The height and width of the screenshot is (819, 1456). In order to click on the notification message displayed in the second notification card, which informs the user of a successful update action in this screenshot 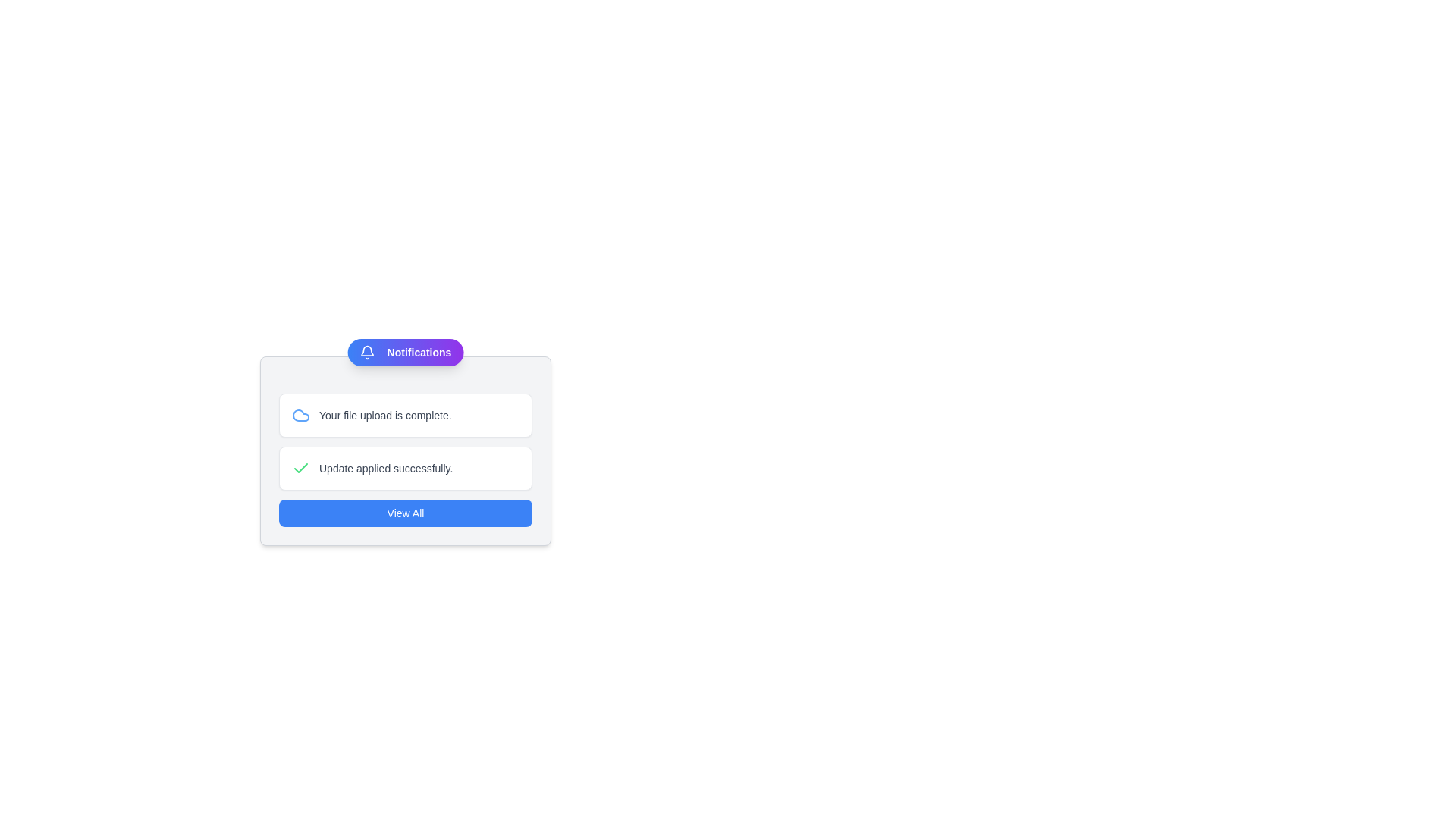, I will do `click(405, 467)`.